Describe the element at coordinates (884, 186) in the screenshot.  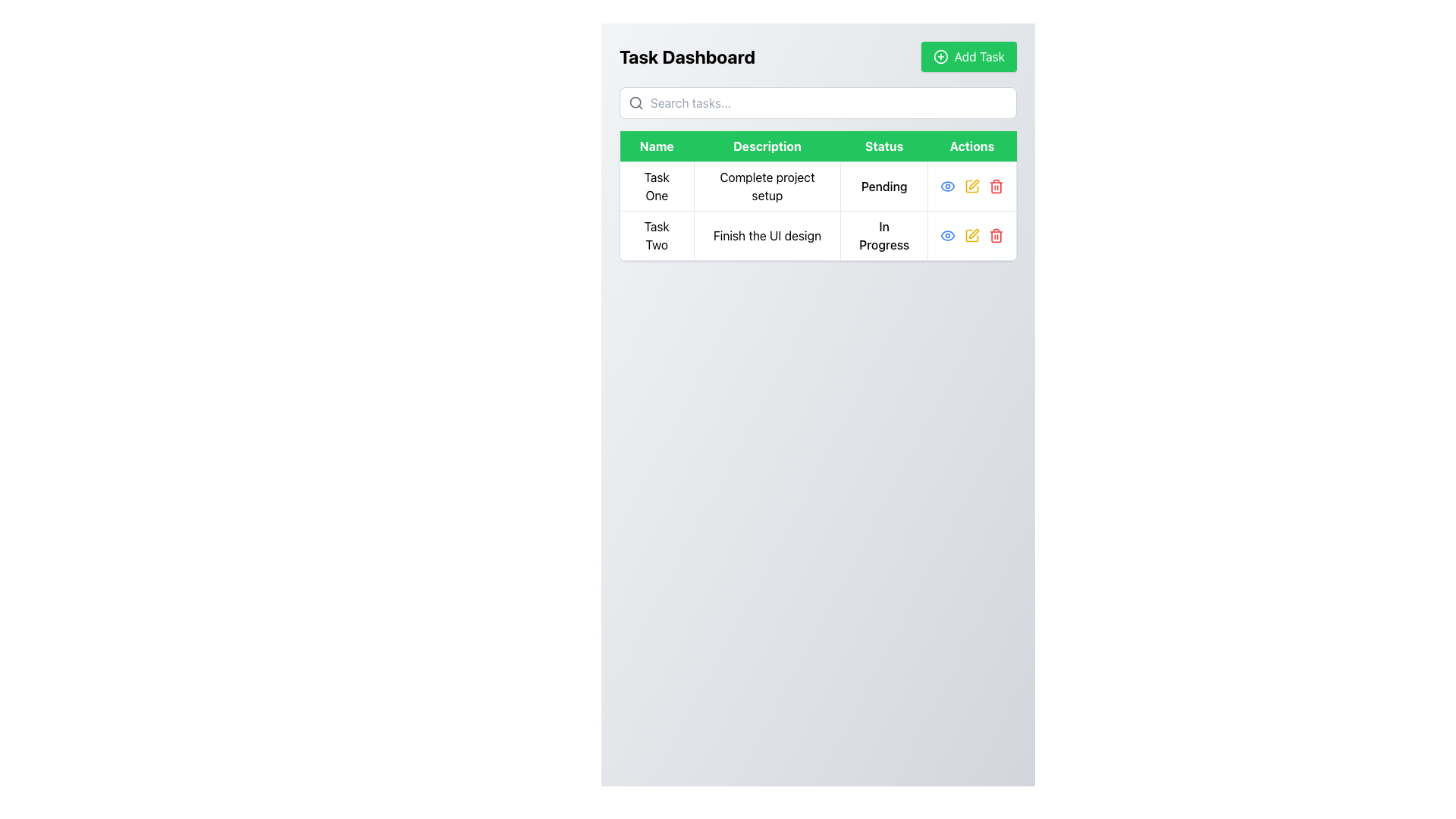
I see `the 'Pending' status text label located in the 'Status' column of the first row in the task dashboard table` at that location.